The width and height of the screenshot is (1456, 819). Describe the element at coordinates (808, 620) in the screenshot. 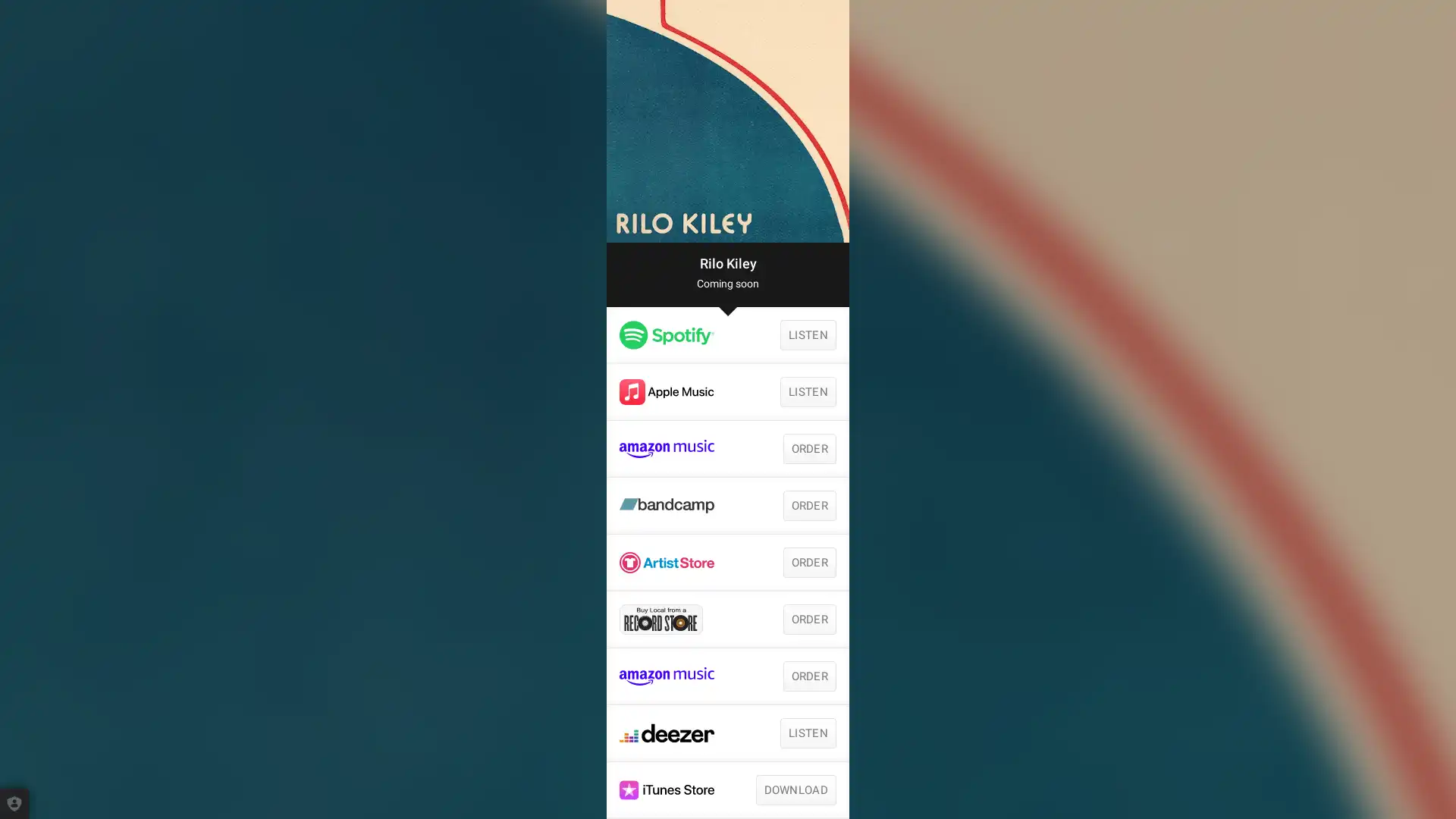

I see `ORDER` at that location.